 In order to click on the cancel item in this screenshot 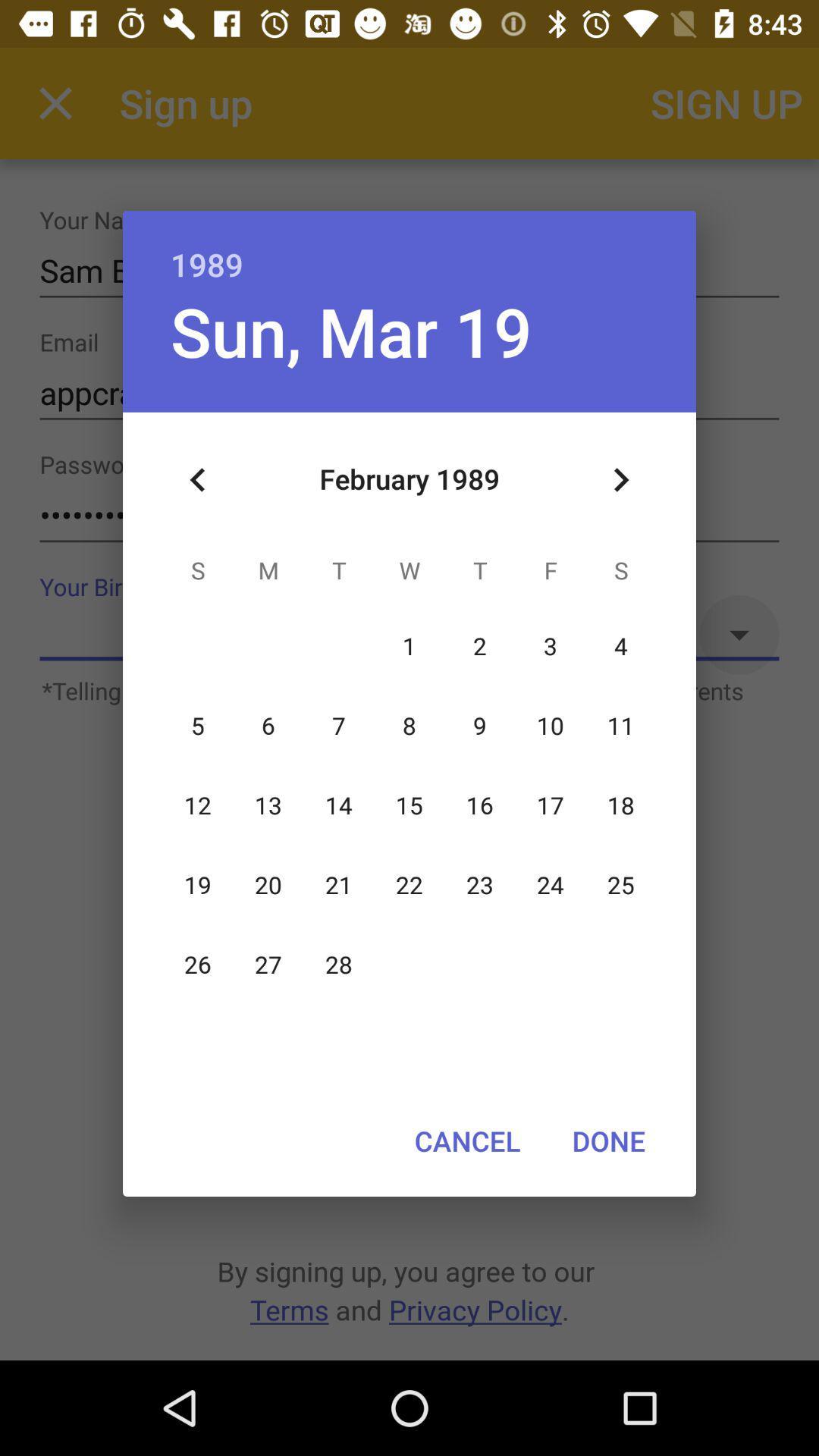, I will do `click(466, 1141)`.